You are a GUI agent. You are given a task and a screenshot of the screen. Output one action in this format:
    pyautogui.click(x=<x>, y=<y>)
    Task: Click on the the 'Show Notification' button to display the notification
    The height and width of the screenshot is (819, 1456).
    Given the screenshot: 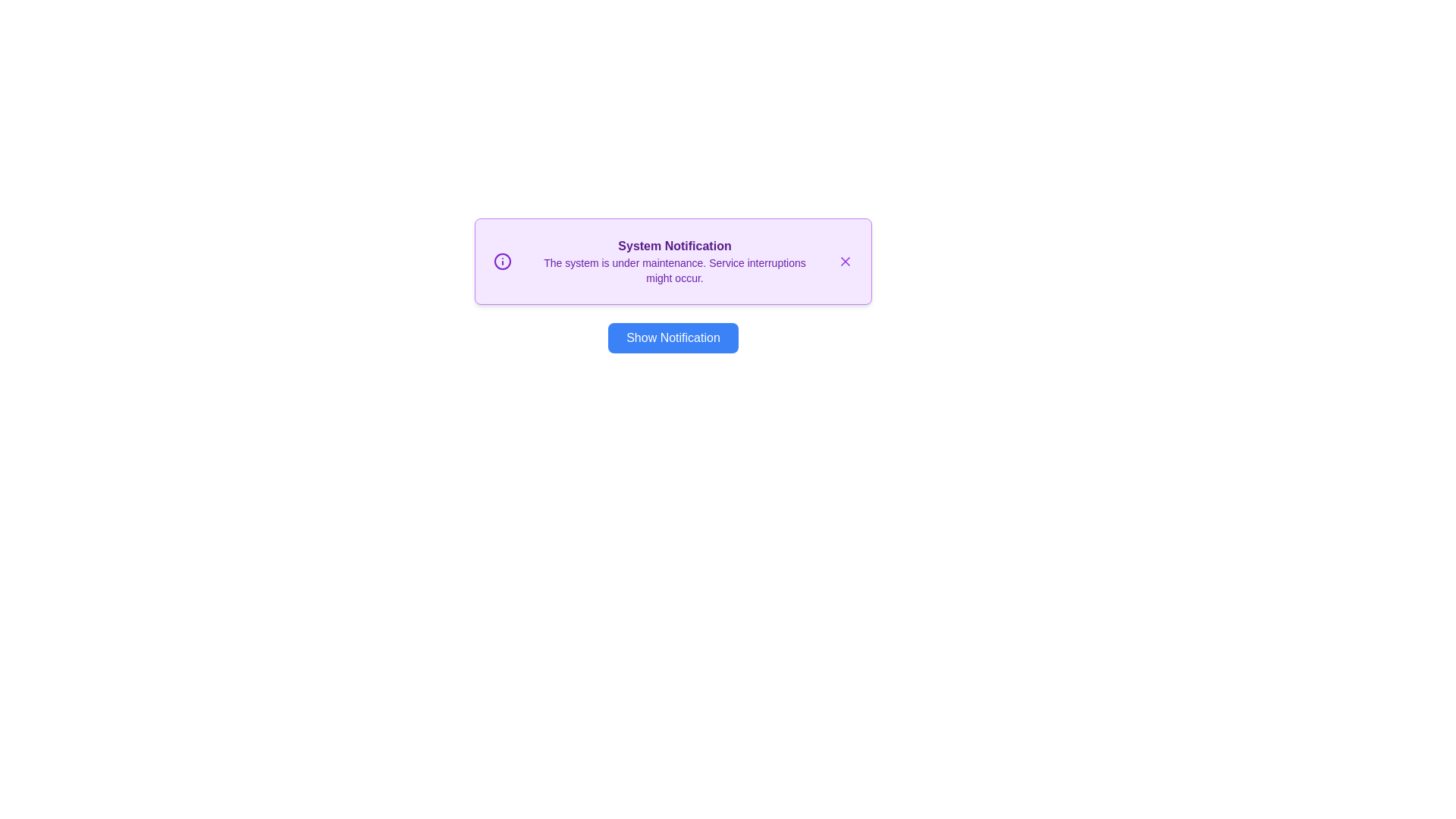 What is the action you would take?
    pyautogui.click(x=673, y=337)
    